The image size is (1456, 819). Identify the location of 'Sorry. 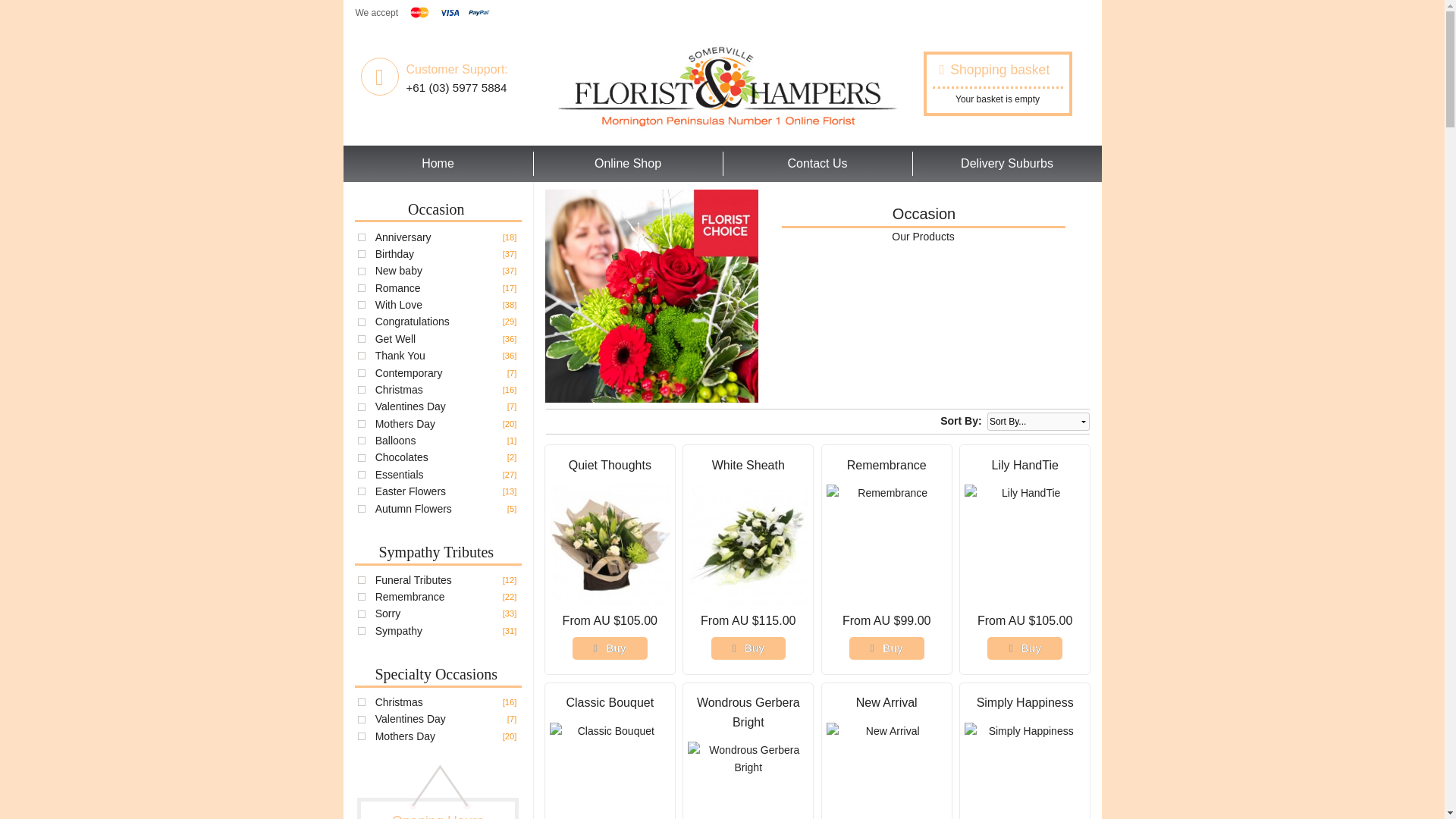
(388, 613).